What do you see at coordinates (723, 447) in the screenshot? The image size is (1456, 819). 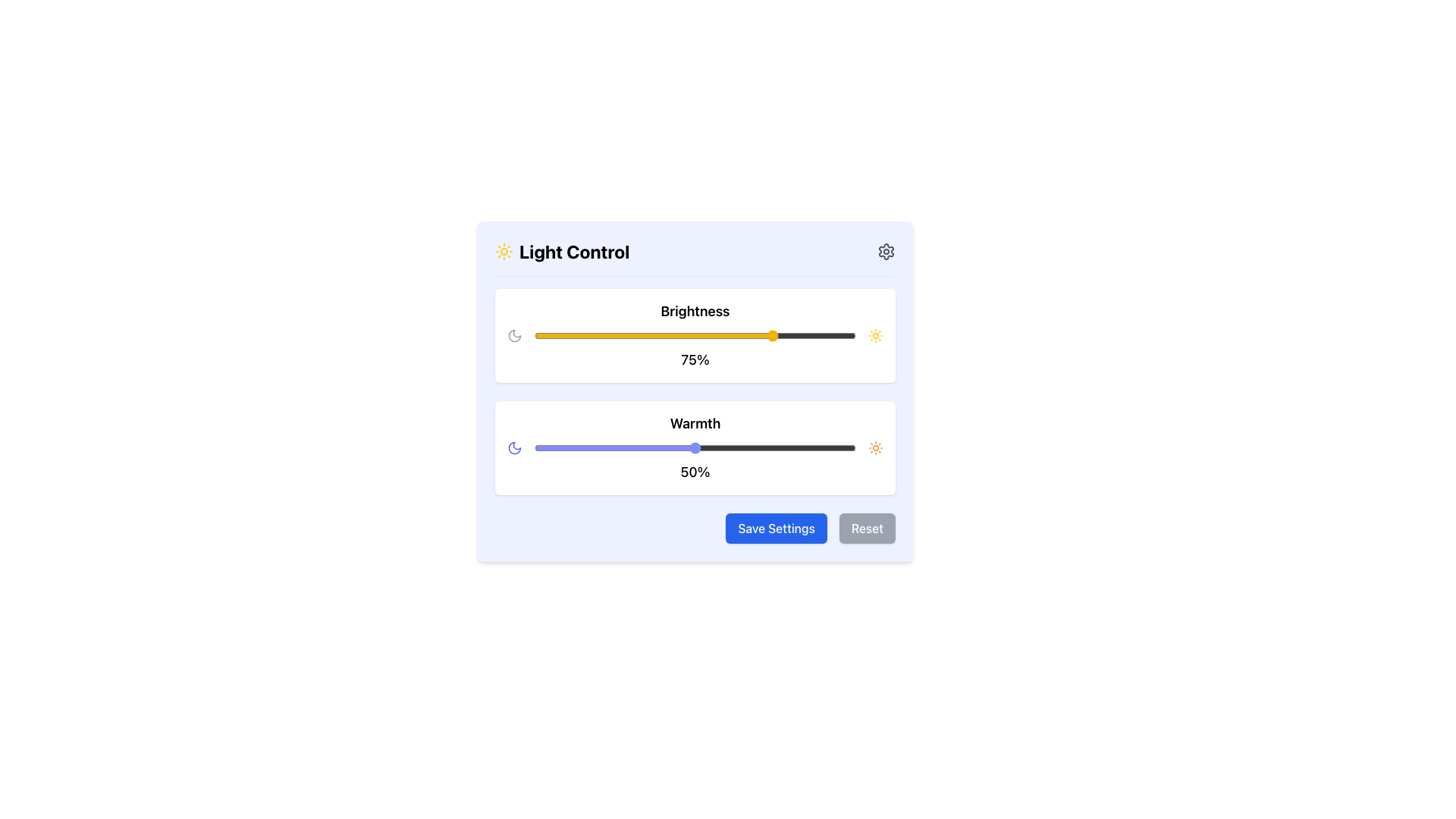 I see `warmth` at bounding box center [723, 447].